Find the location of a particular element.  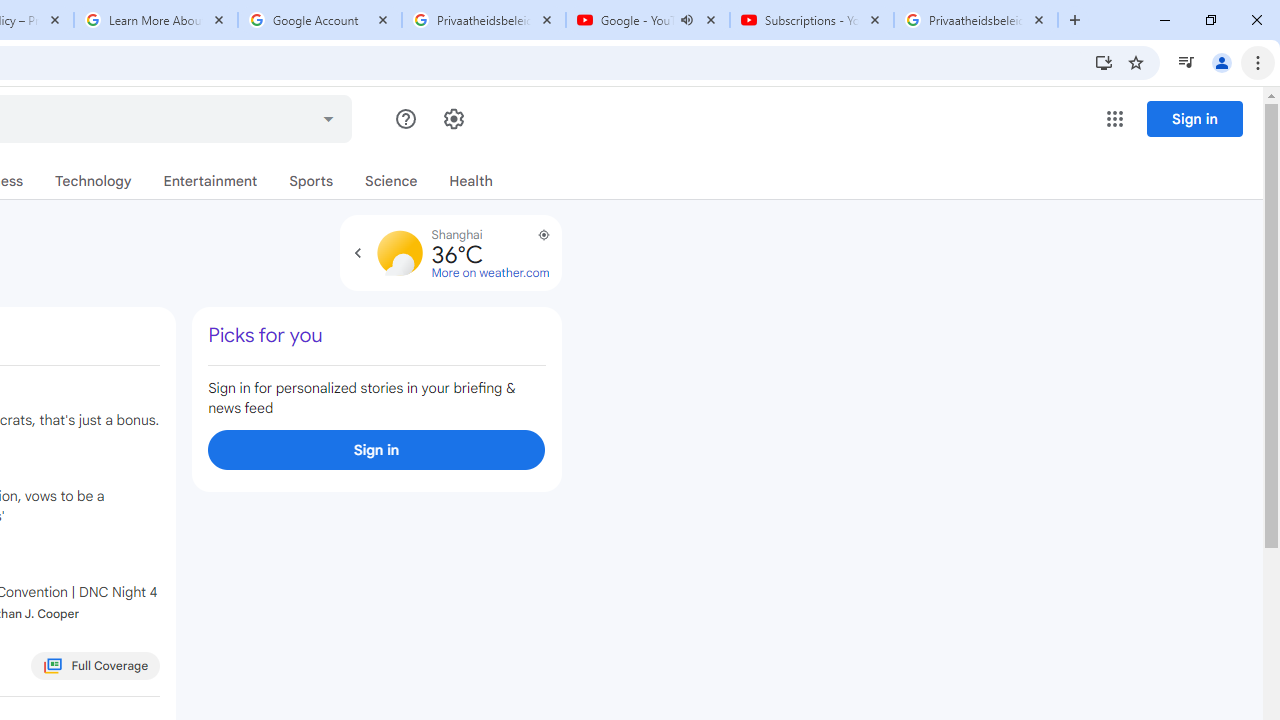

'Expand to view forecast' is located at coordinates (357, 252).